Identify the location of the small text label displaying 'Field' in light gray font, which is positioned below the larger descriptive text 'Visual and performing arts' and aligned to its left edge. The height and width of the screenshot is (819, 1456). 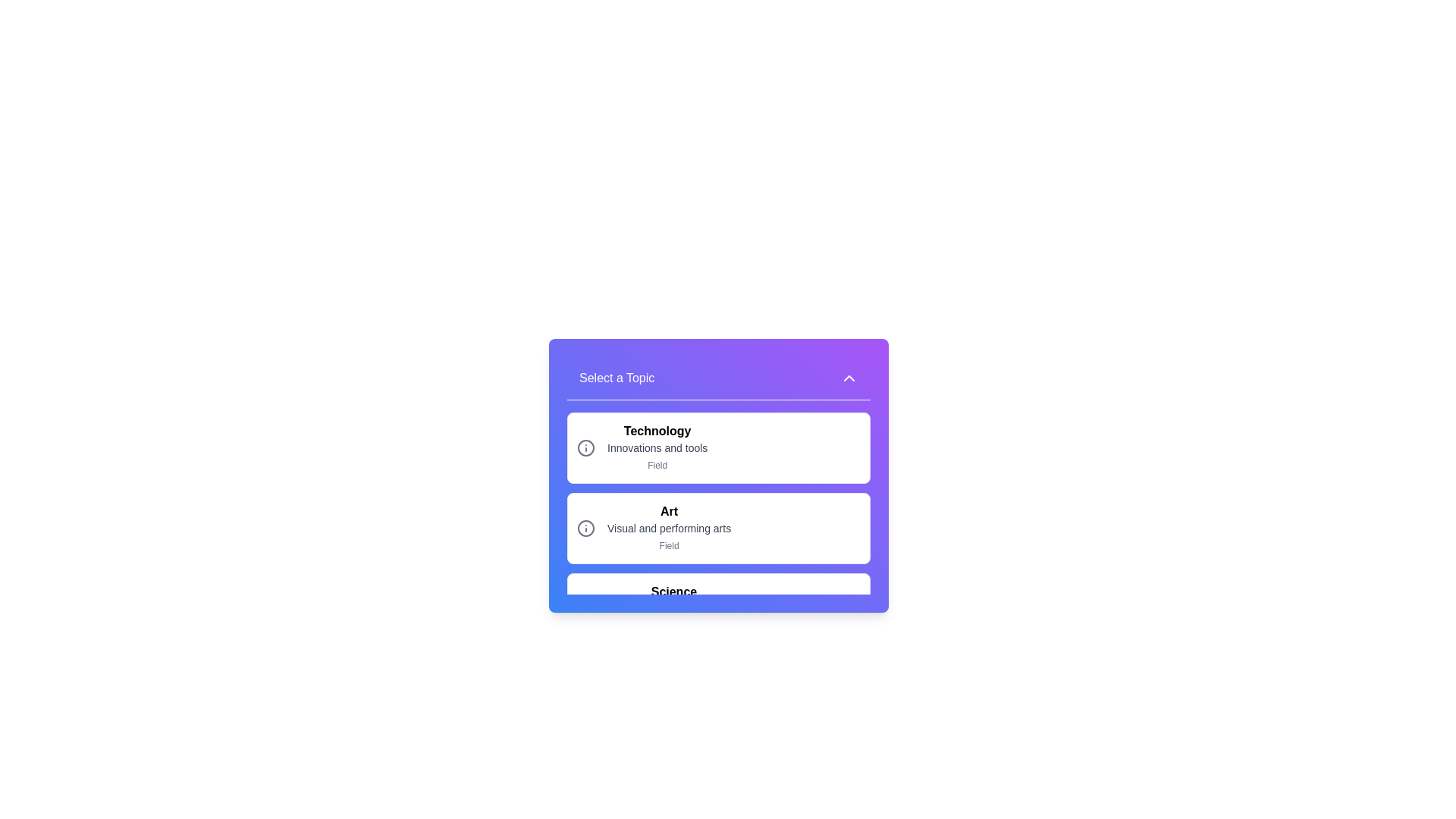
(668, 546).